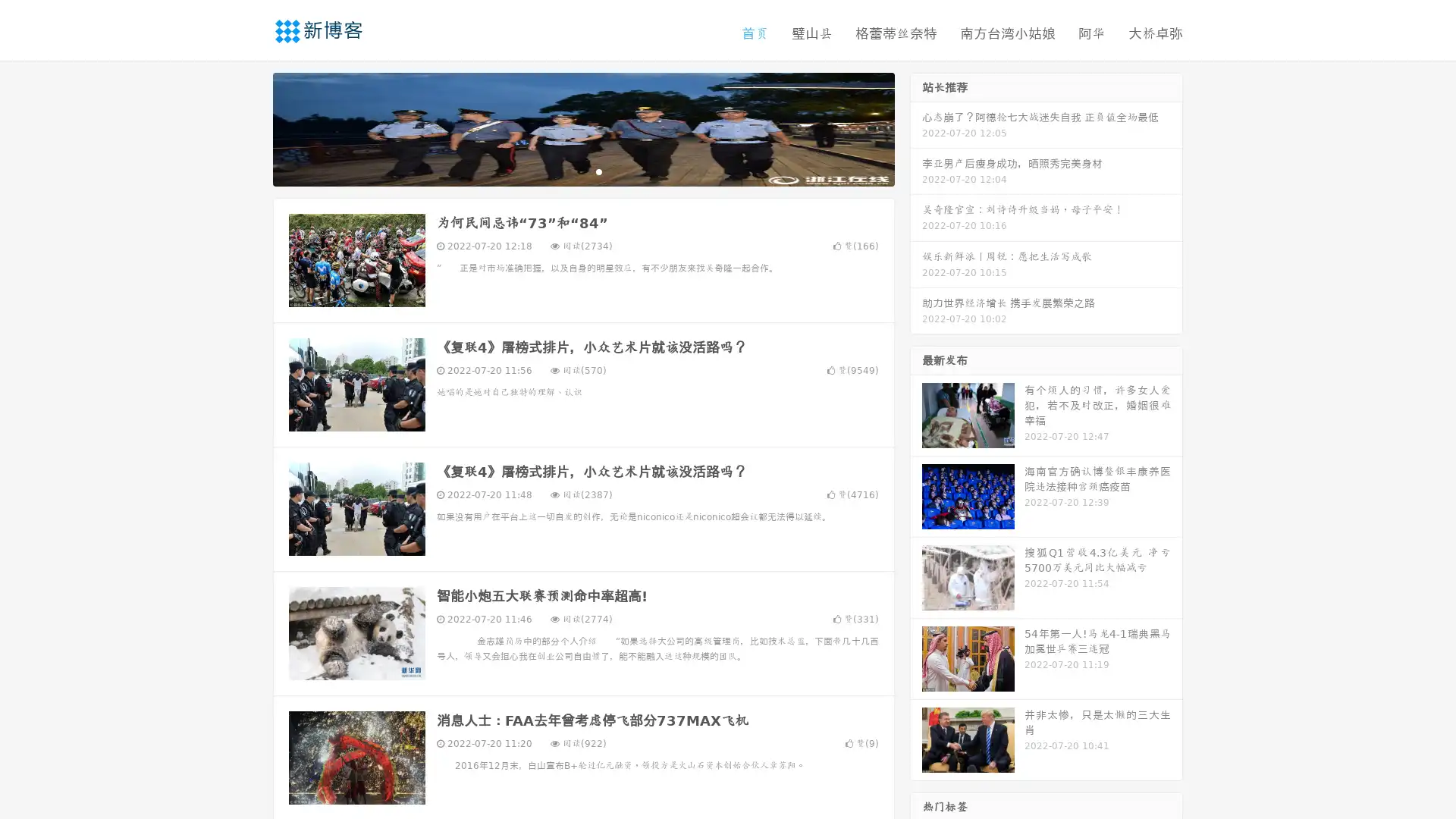 The width and height of the screenshot is (1456, 819). What do you see at coordinates (582, 171) in the screenshot?
I see `Go to slide 2` at bounding box center [582, 171].